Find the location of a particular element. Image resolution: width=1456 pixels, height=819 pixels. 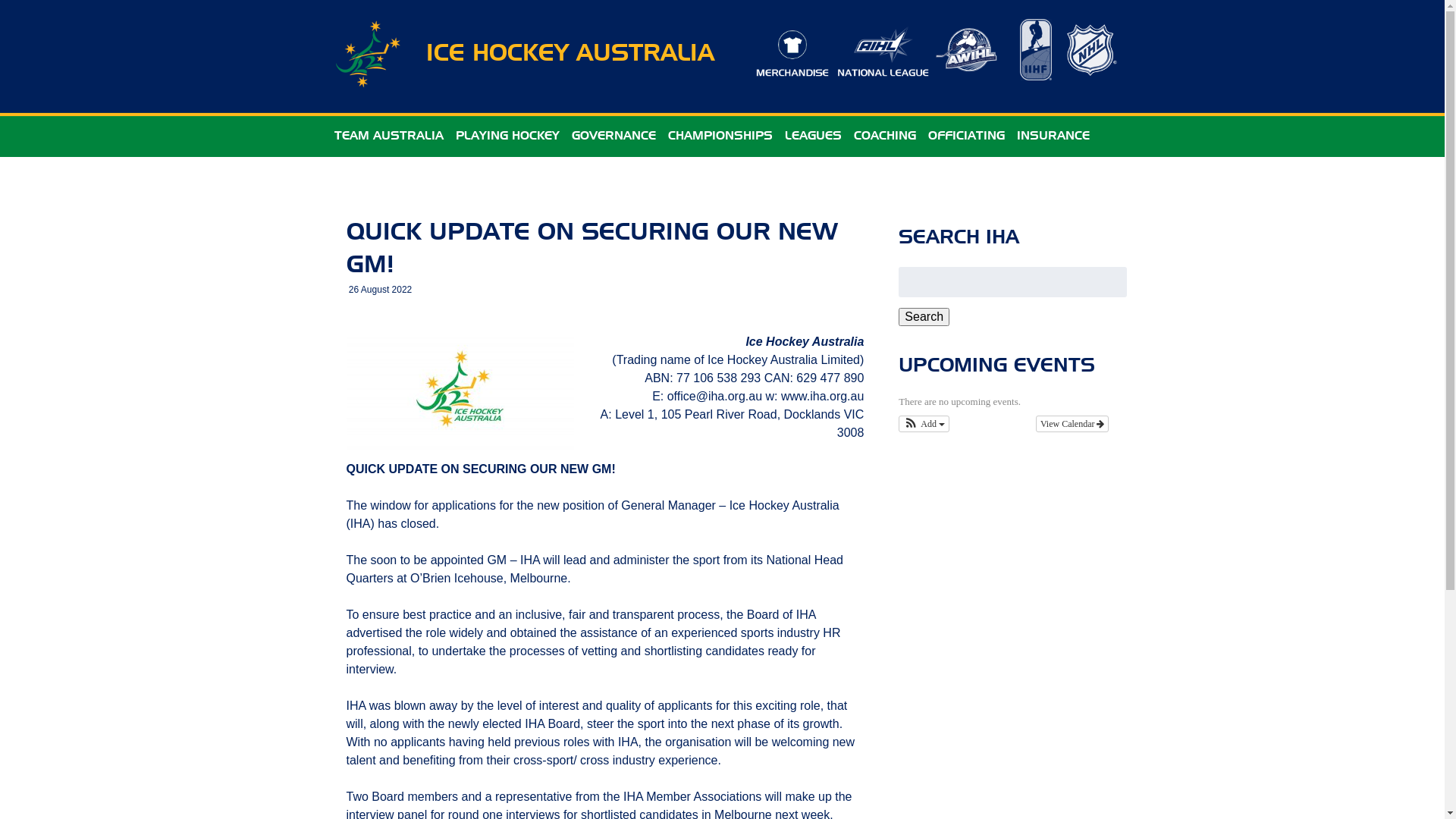

'GOVERNANCE' is located at coordinates (613, 136).